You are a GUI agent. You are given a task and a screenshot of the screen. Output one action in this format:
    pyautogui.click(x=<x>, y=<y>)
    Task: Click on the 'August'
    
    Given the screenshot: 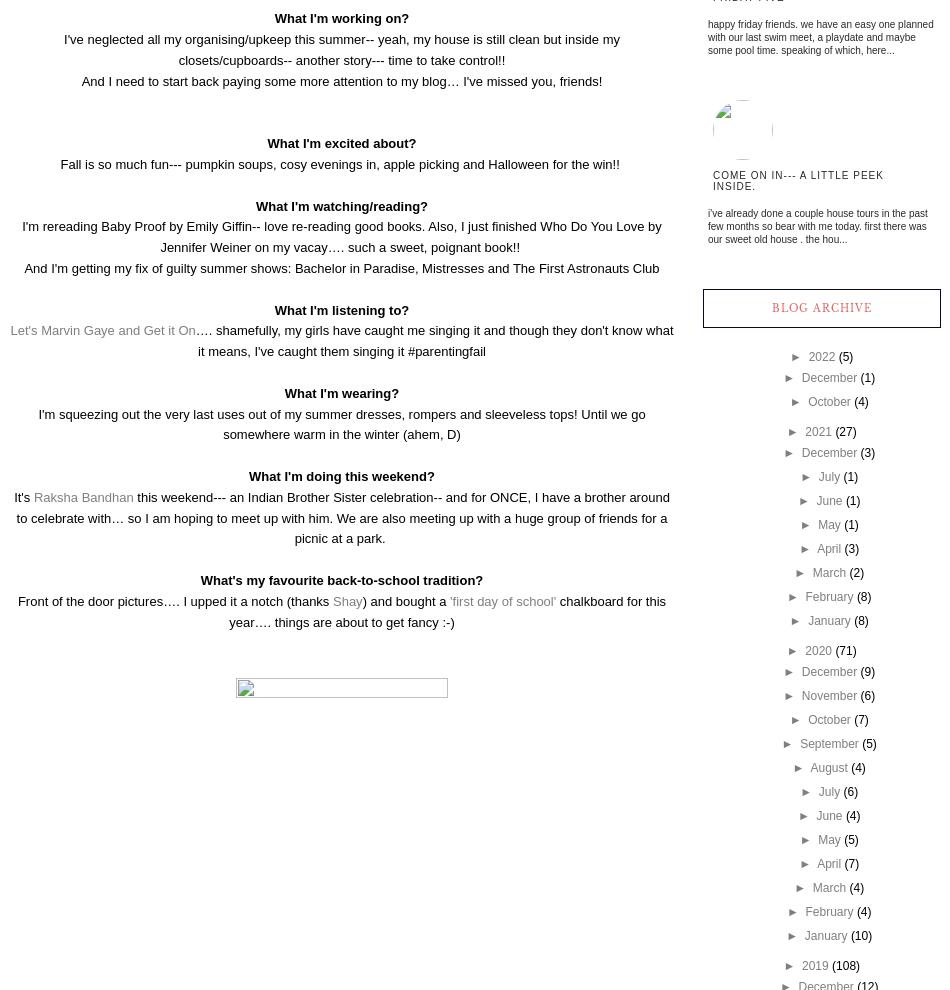 What is the action you would take?
    pyautogui.click(x=827, y=768)
    